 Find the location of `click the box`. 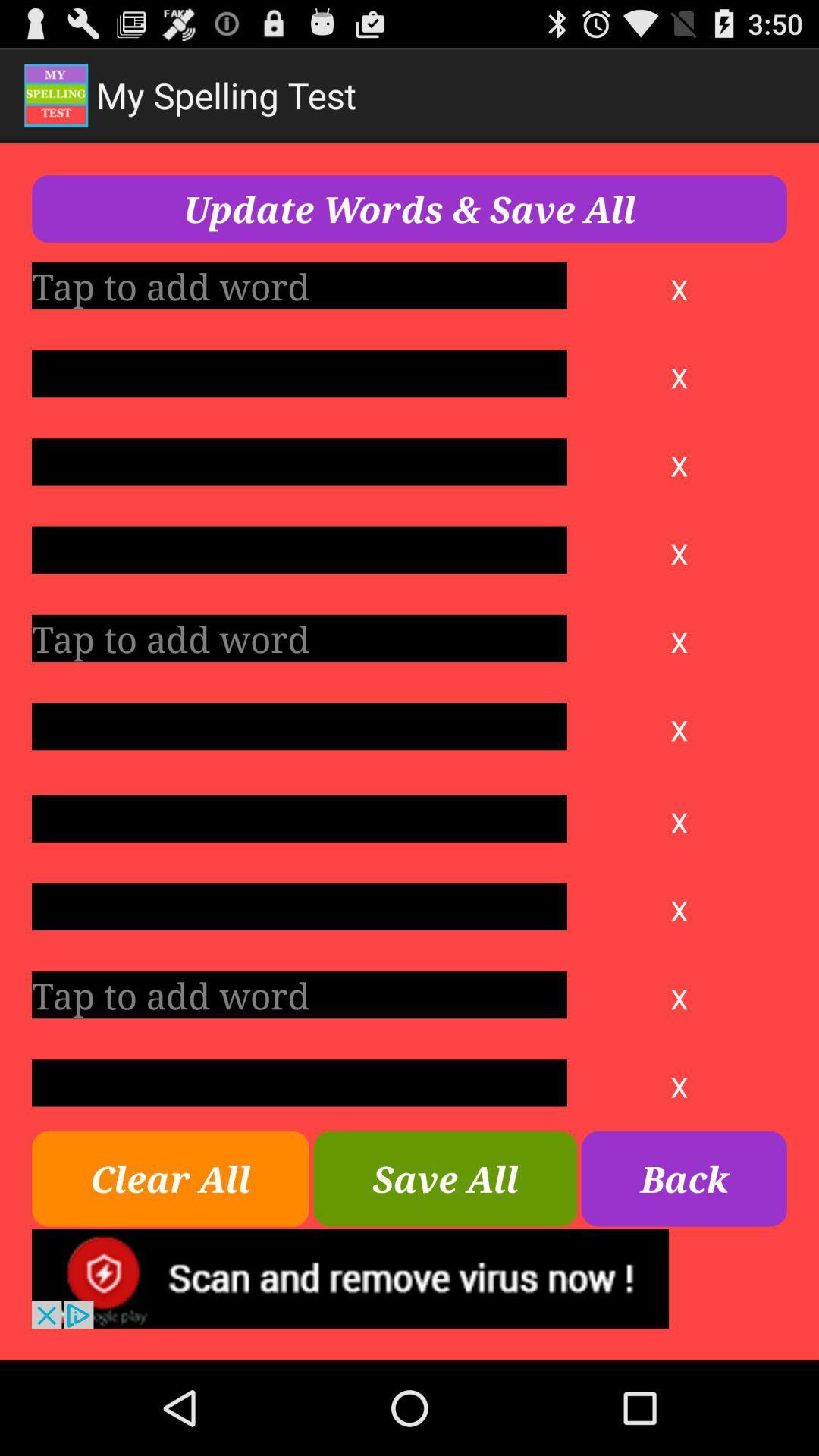

click the box is located at coordinates (299, 461).